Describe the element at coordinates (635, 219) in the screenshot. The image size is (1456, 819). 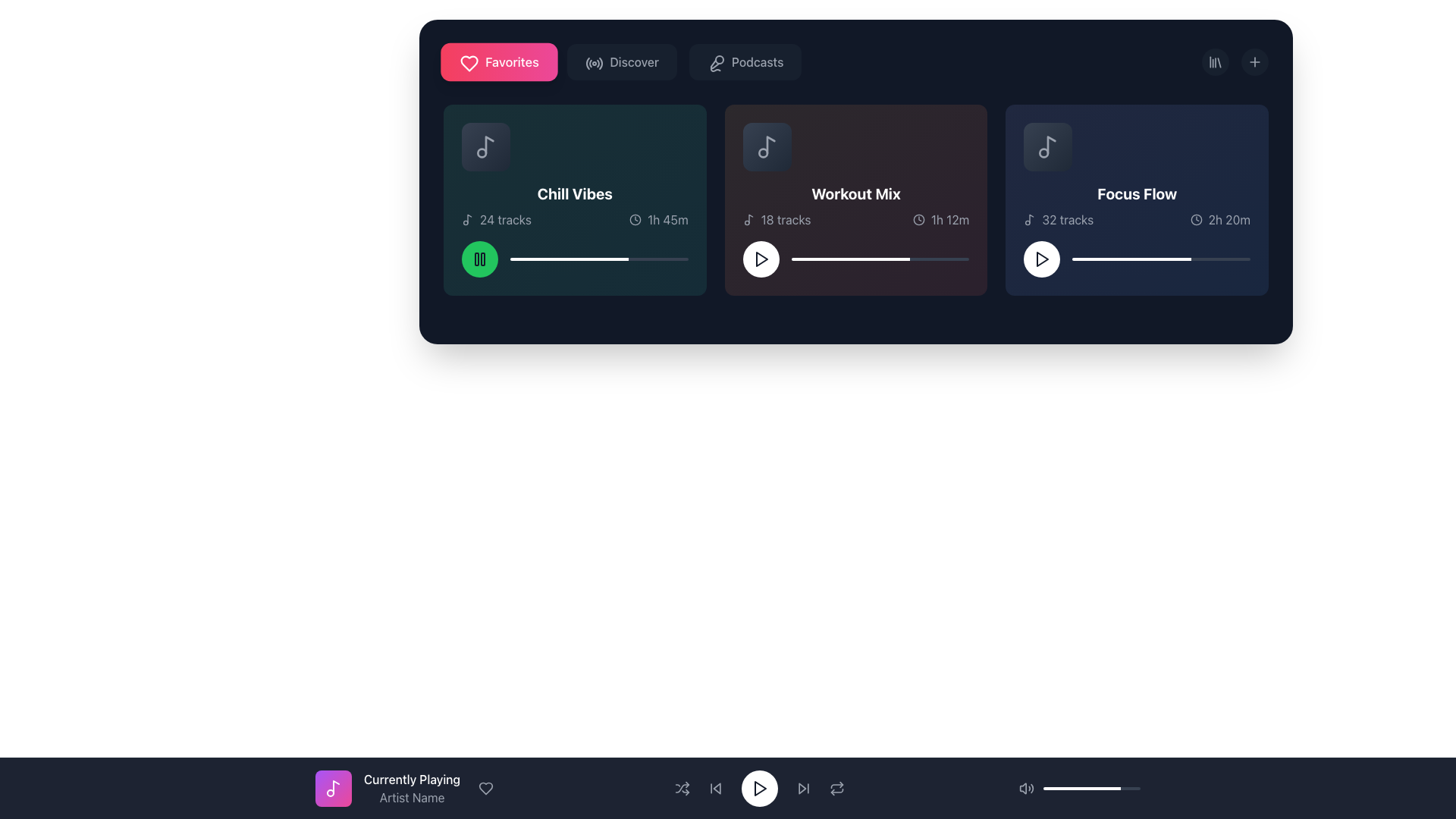
I see `the clock icon representing the time-related metadata for the 'Chill Vibes' song set, located in the top-left card of the interface` at that location.